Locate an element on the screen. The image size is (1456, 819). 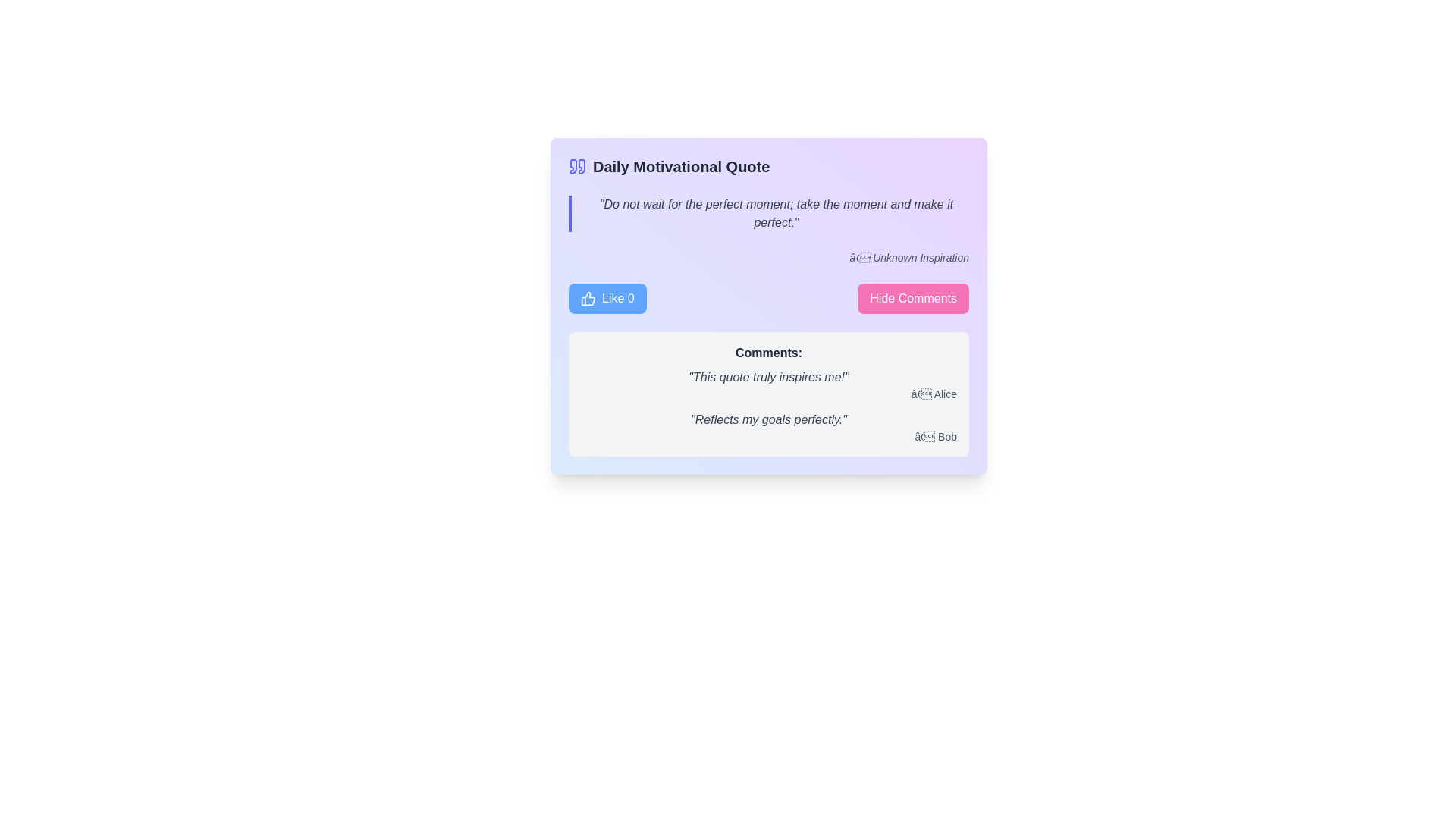
the right portion of the double-quote icon, which is indigo-colored and part of a quote graphic, adjacent to the title 'Daily Motivational Quote' is located at coordinates (581, 166).